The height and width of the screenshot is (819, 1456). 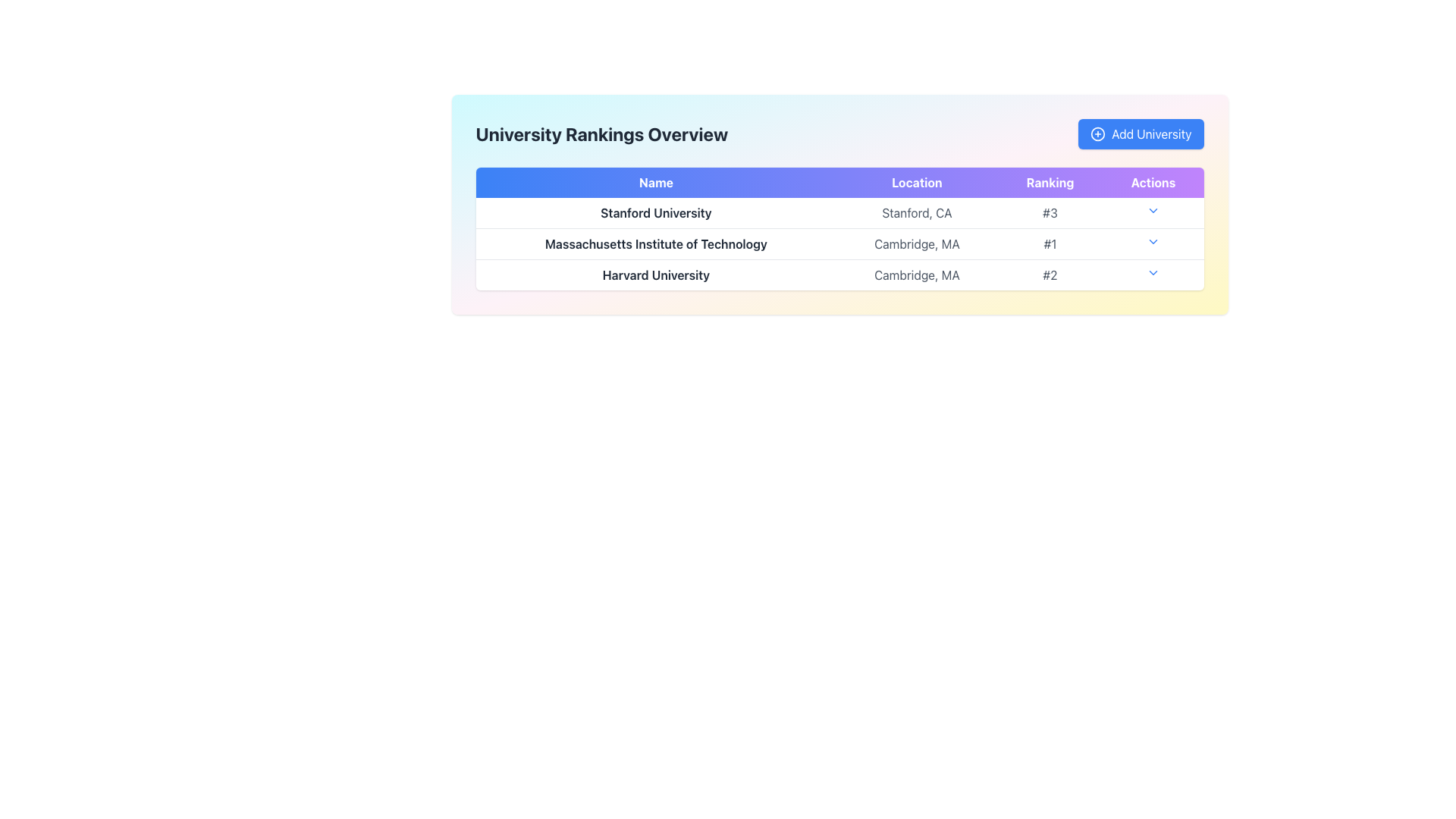 What do you see at coordinates (916, 275) in the screenshot?
I see `the text element displaying 'Cambridge, MA' in the third row of the table, located between 'Harvard University' and '#2'` at bounding box center [916, 275].